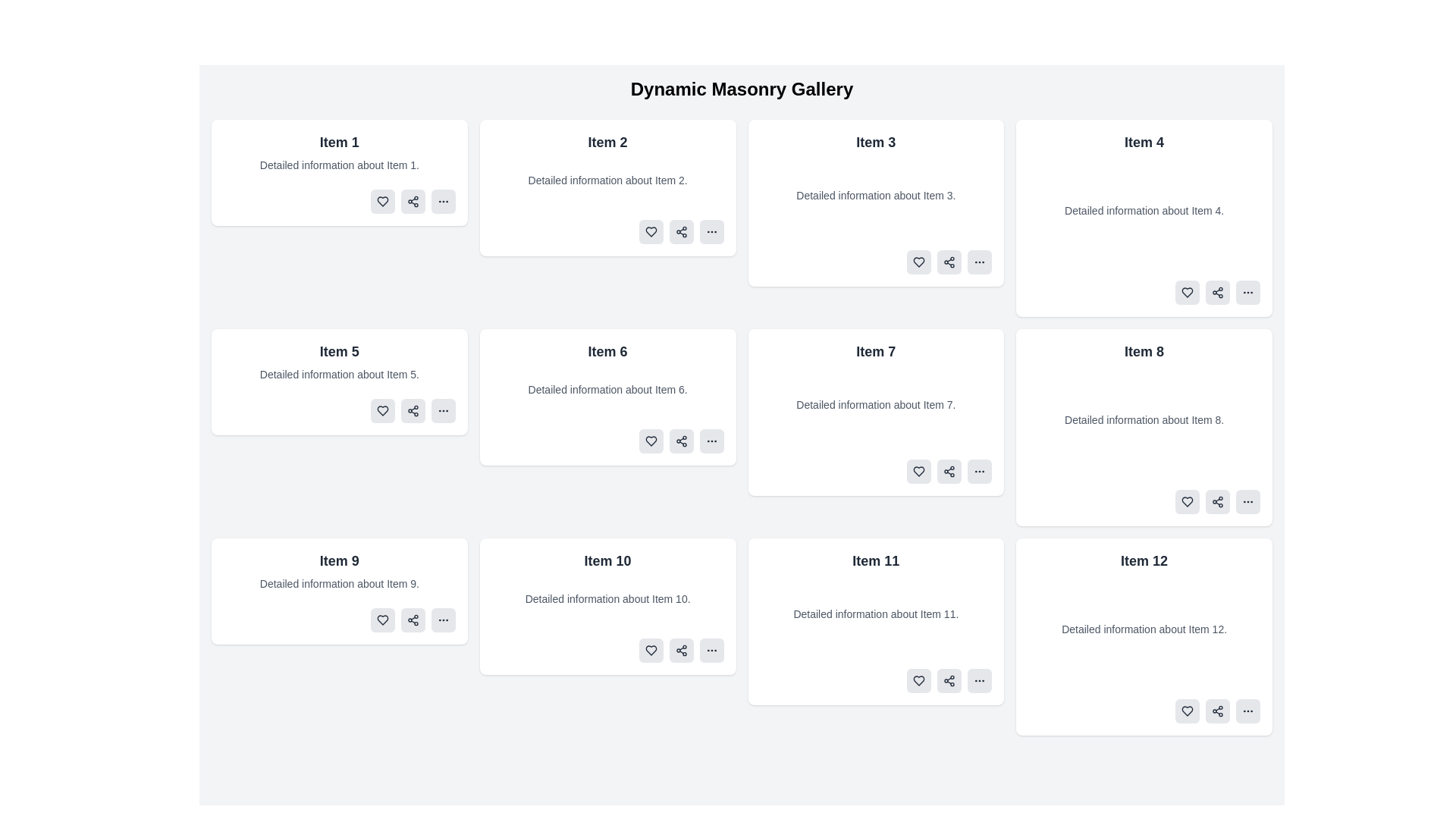 The image size is (1456, 819). What do you see at coordinates (338, 165) in the screenshot?
I see `the supplementary information text located beneath the main heading 'Item 1' in the first card of the grid layout` at bounding box center [338, 165].